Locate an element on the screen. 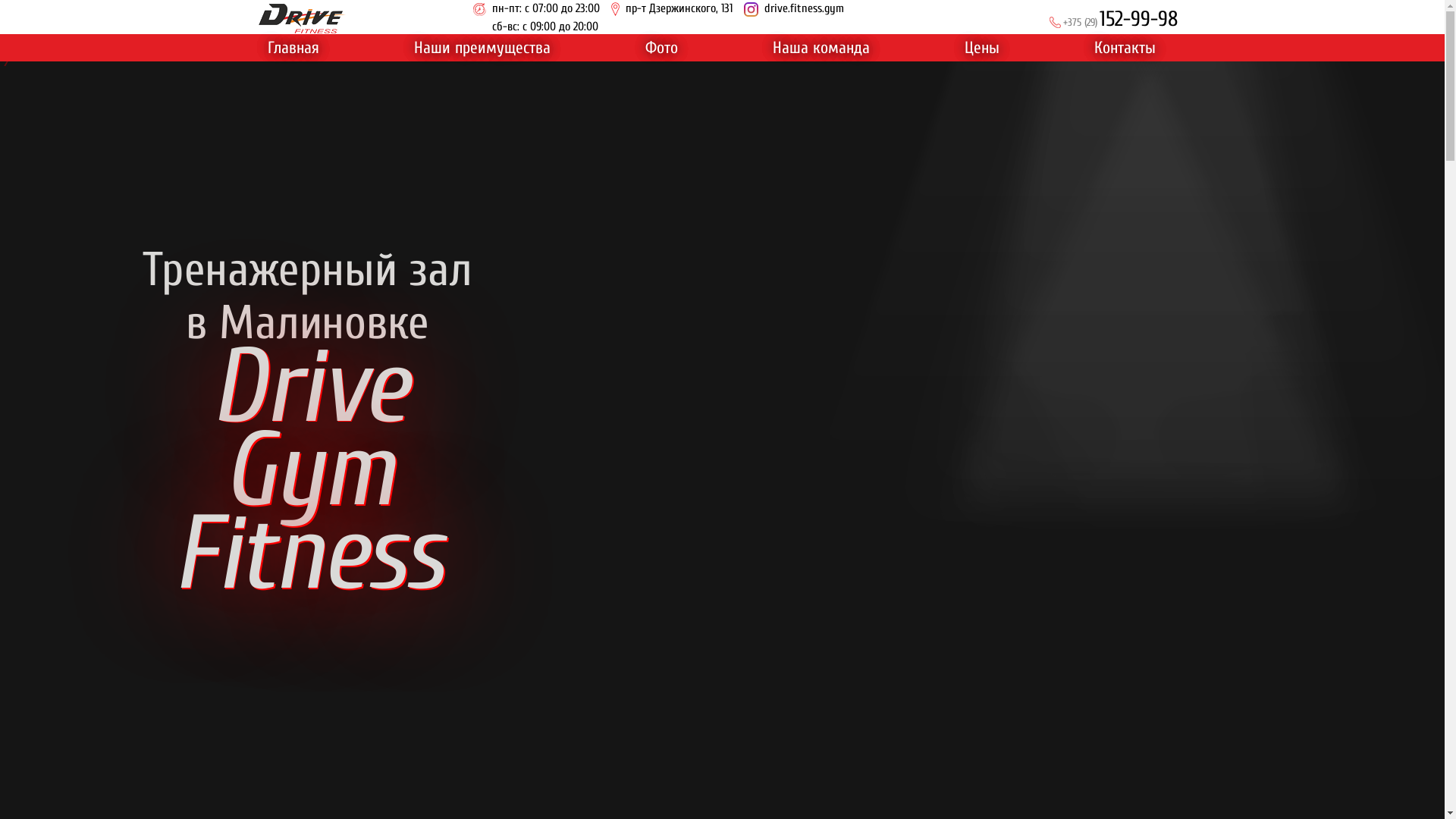 This screenshot has width=1456, height=819. '+375 (29) is located at coordinates (1113, 19).